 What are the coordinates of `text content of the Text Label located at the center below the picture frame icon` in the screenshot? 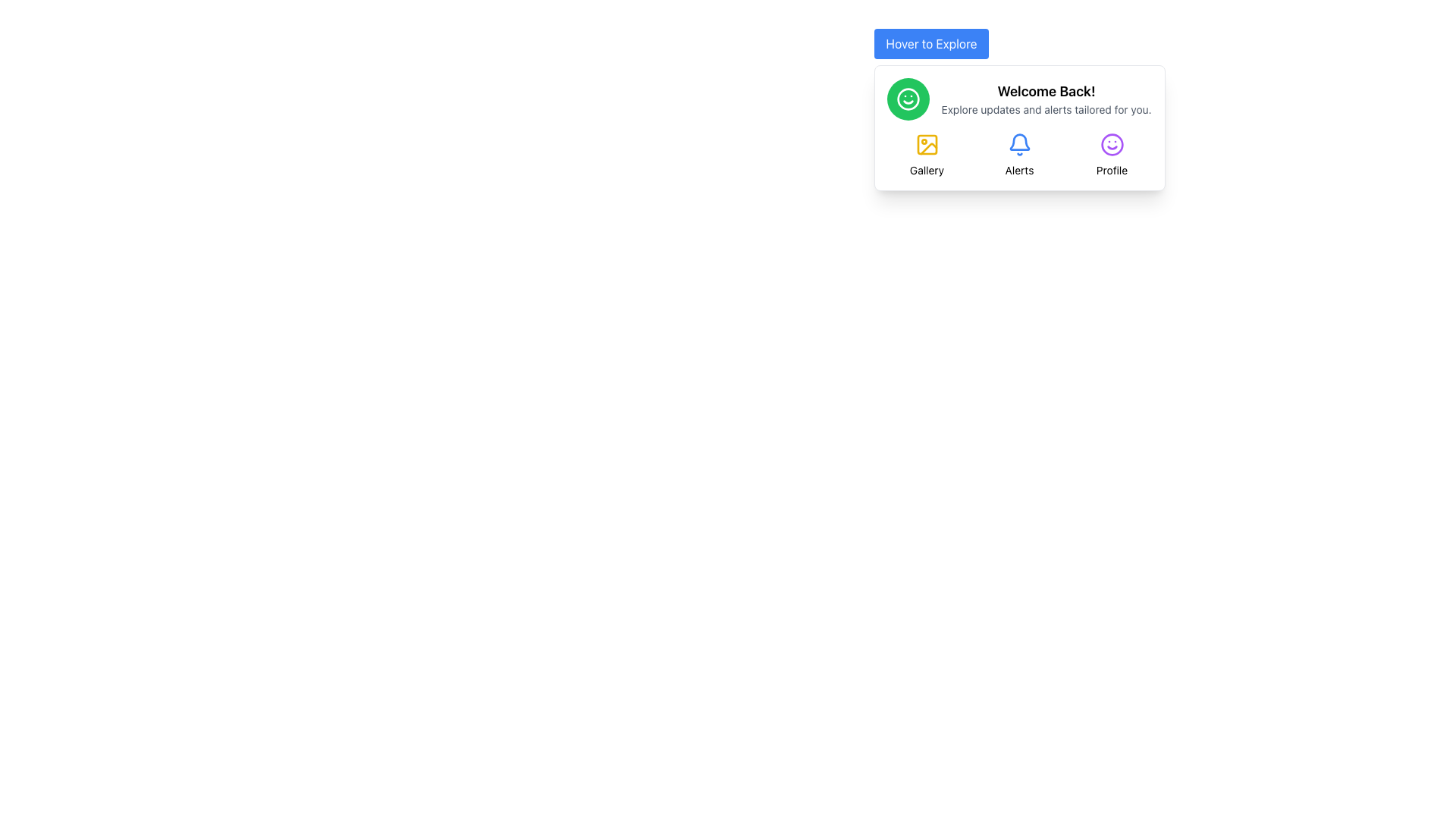 It's located at (926, 170).